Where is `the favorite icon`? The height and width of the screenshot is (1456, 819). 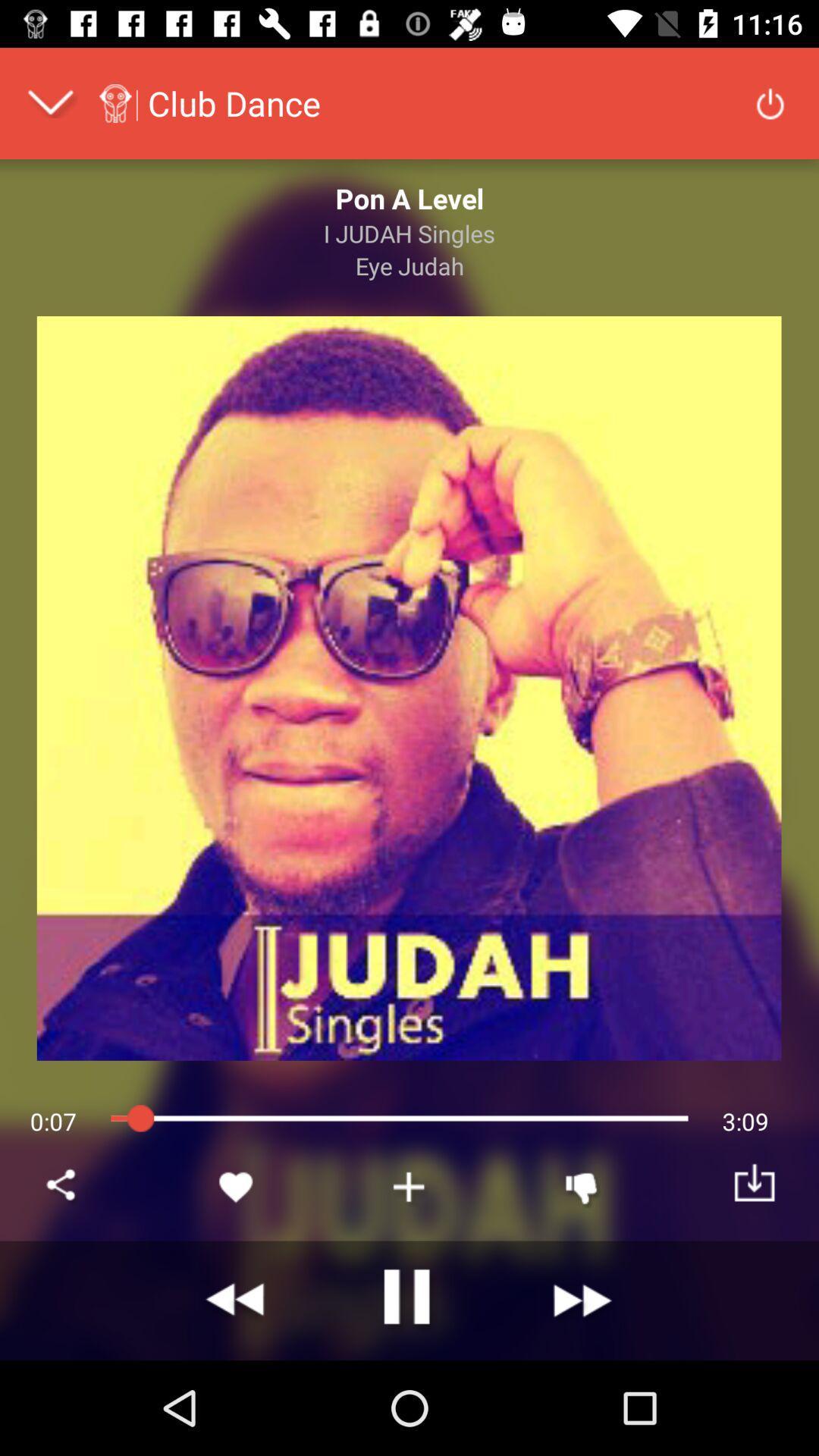
the favorite icon is located at coordinates (237, 1186).